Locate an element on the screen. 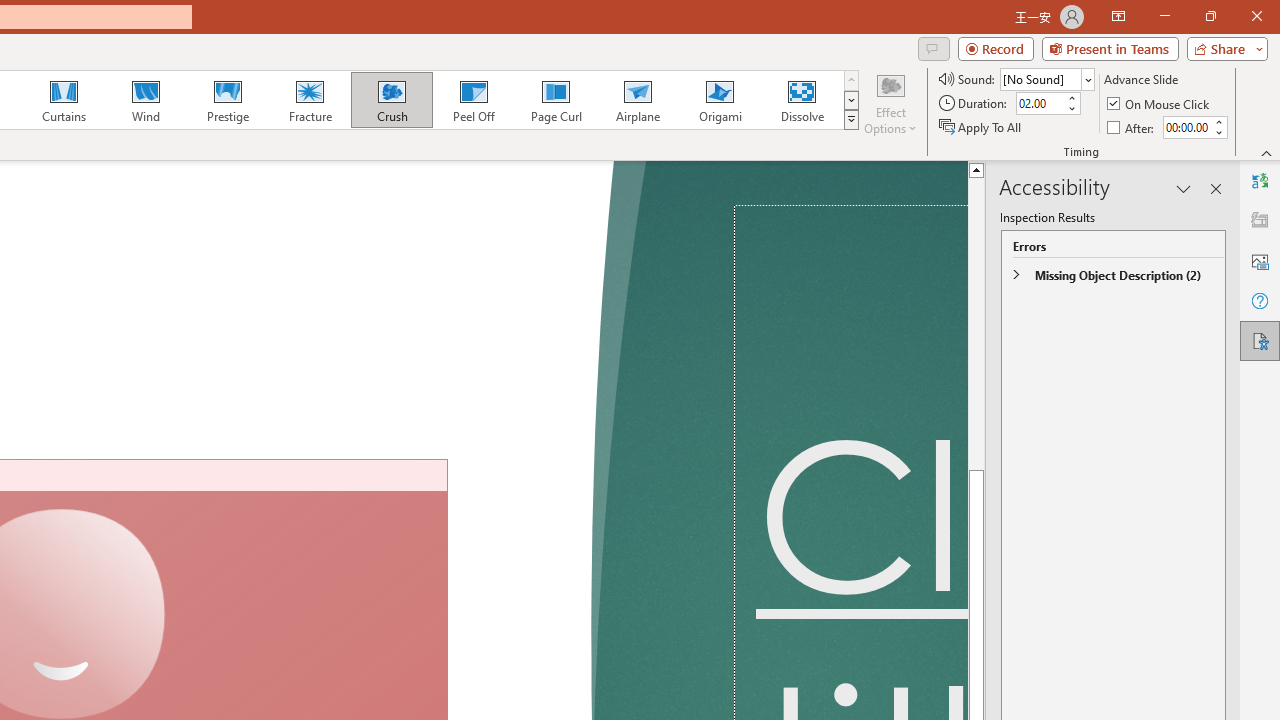  'Airplane' is located at coordinates (636, 100).